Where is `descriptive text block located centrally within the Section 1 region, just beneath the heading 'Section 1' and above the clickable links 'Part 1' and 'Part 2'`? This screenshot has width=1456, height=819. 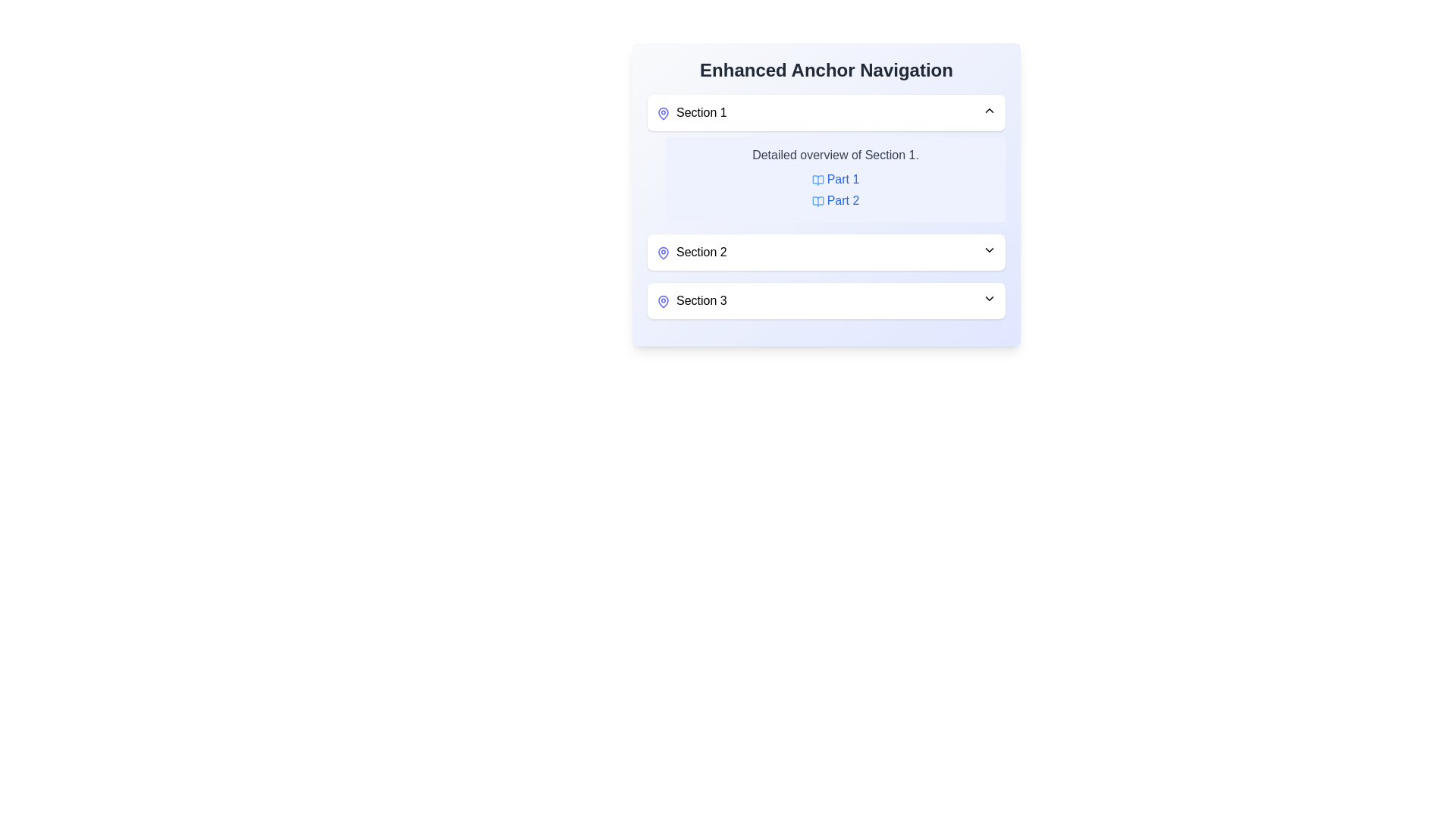 descriptive text block located centrally within the Section 1 region, just beneath the heading 'Section 1' and above the clickable links 'Part 1' and 'Part 2' is located at coordinates (835, 155).